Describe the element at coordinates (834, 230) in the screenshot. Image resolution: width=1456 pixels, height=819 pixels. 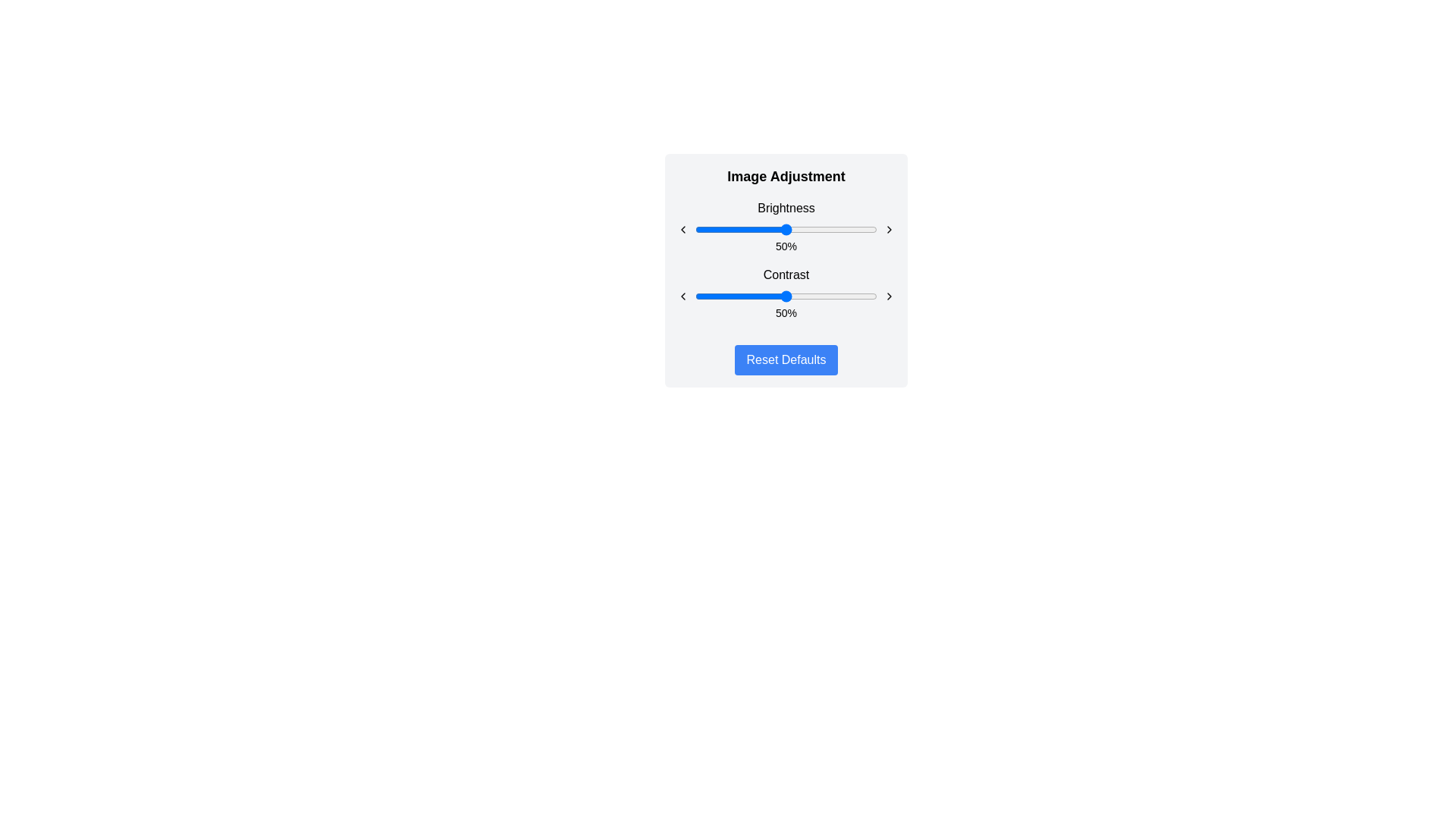
I see `brightness` at that location.